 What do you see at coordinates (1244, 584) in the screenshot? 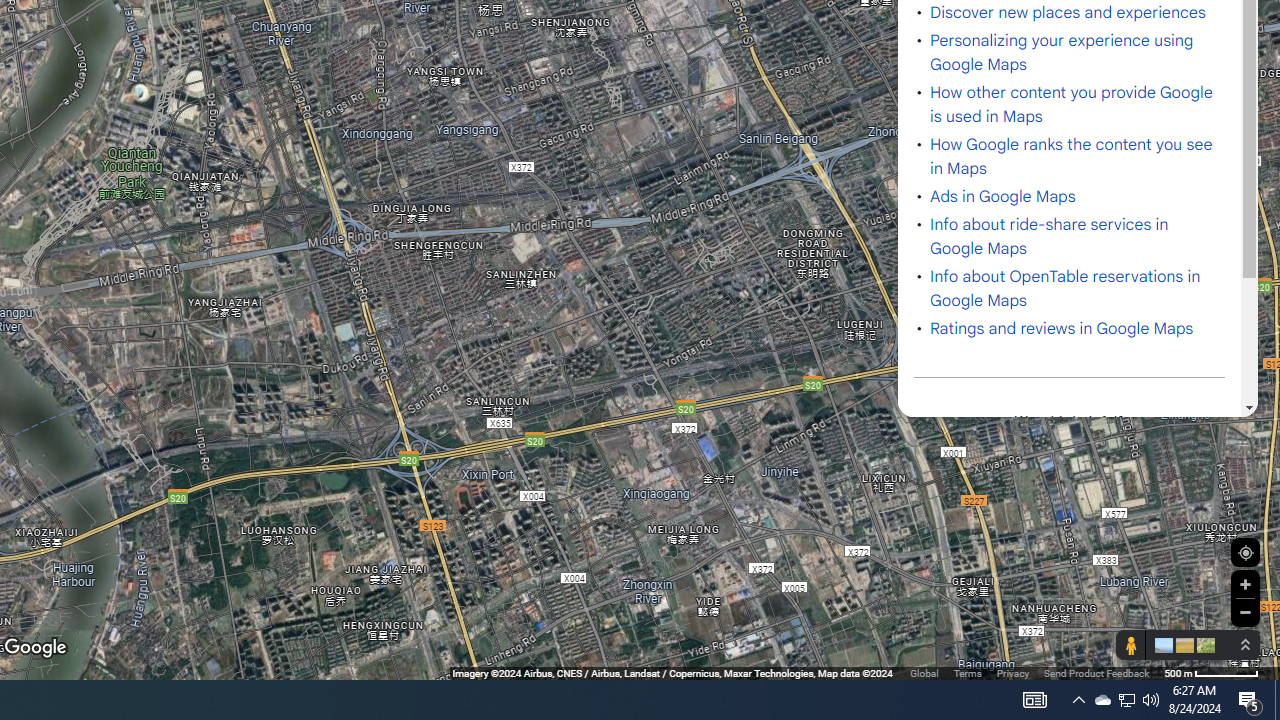
I see `'Zoom in'` at bounding box center [1244, 584].